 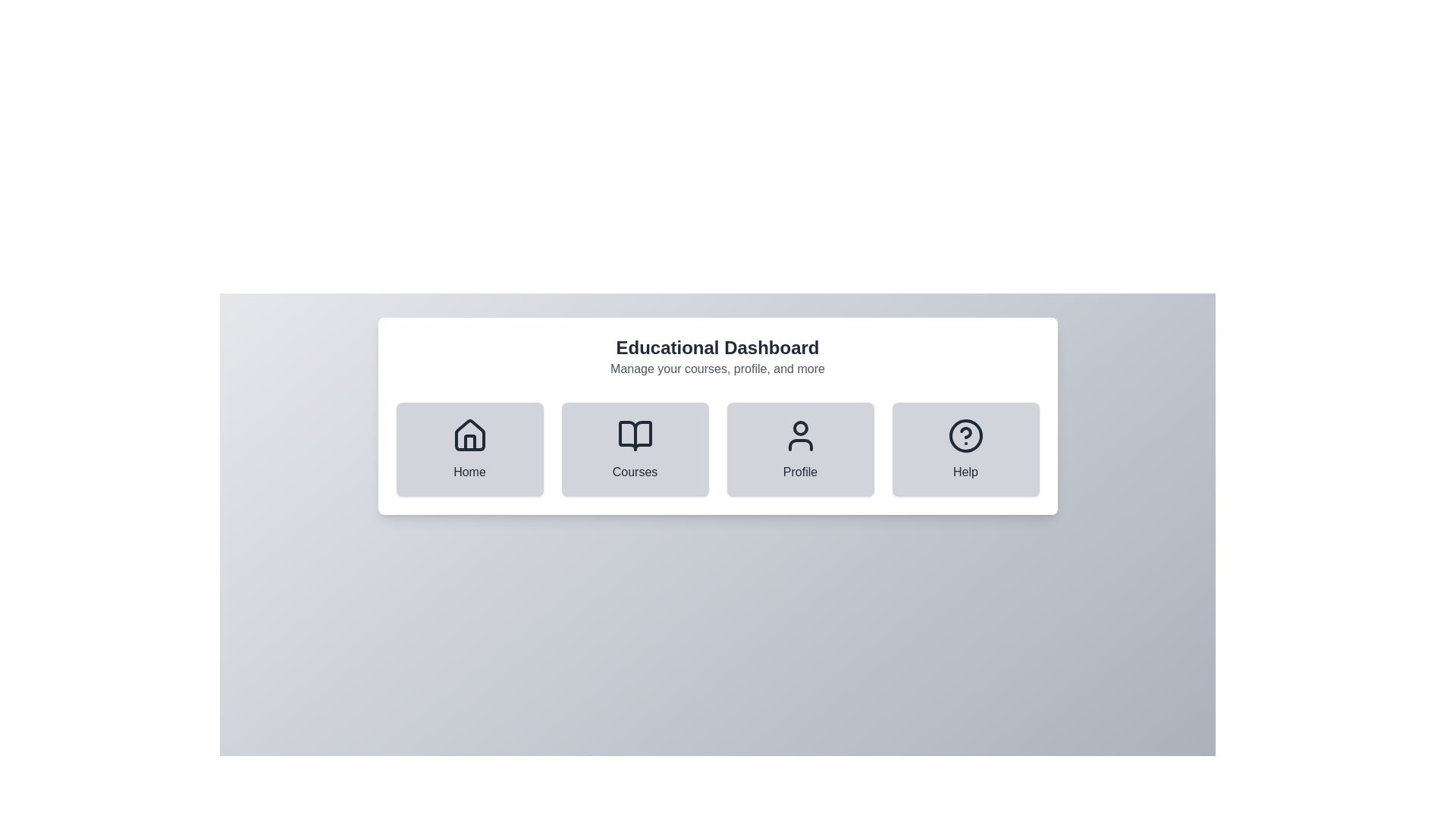 What do you see at coordinates (799, 472) in the screenshot?
I see `the text label that identifies the user profile management feature, located within its feature card directly below the user icon` at bounding box center [799, 472].